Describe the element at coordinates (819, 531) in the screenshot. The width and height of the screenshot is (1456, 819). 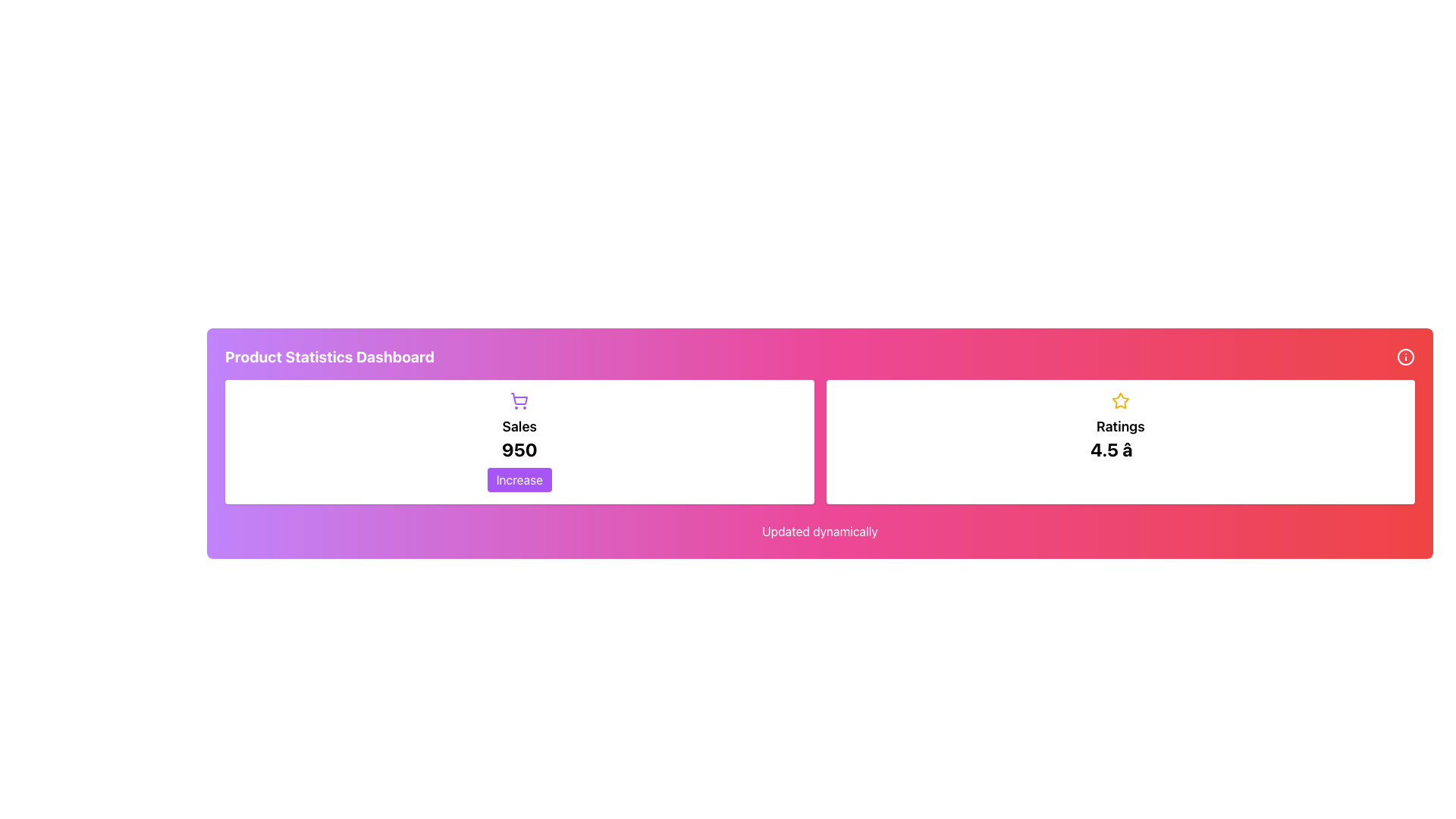
I see `Text Label indicating real-time updates on the dashboard, located at the bottom below the sales and ratings blocks` at that location.